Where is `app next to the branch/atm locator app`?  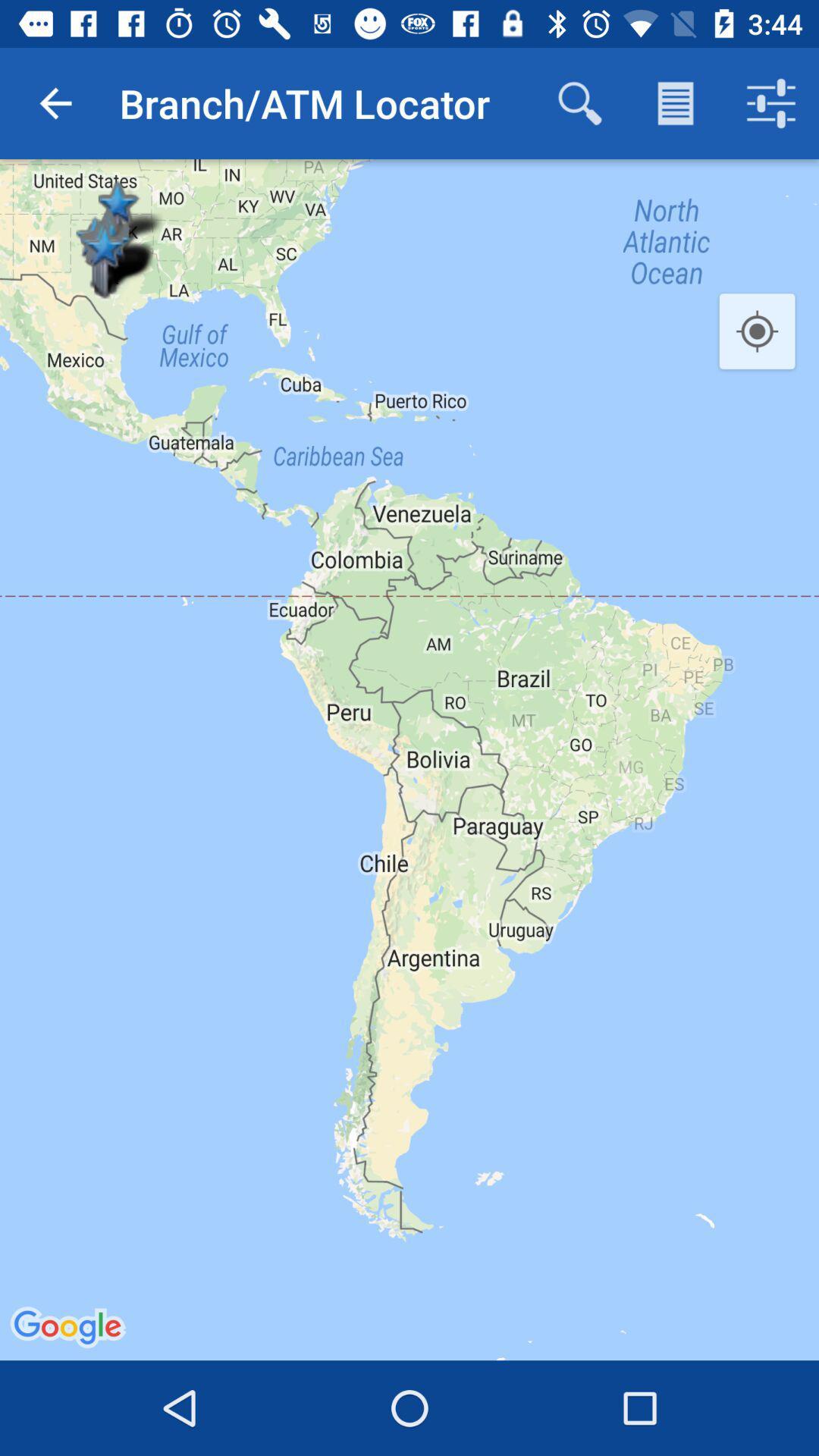 app next to the branch/atm locator app is located at coordinates (579, 102).